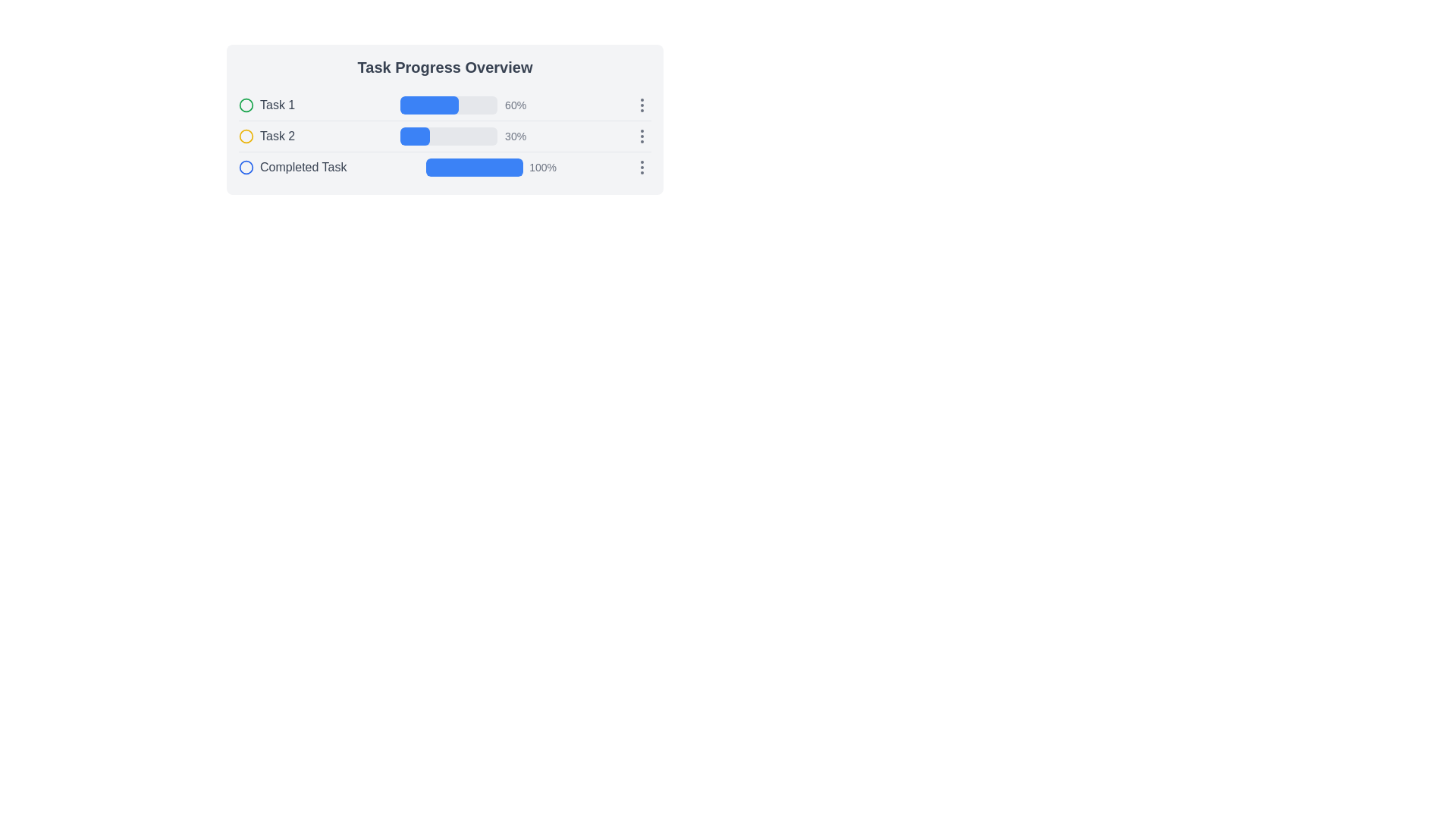  Describe the element at coordinates (474, 167) in the screenshot. I see `the progress bar styled with a blue bar and light gray background located in the 'Task Progress Overview' section, specifically in the 'Completed Task' row` at that location.